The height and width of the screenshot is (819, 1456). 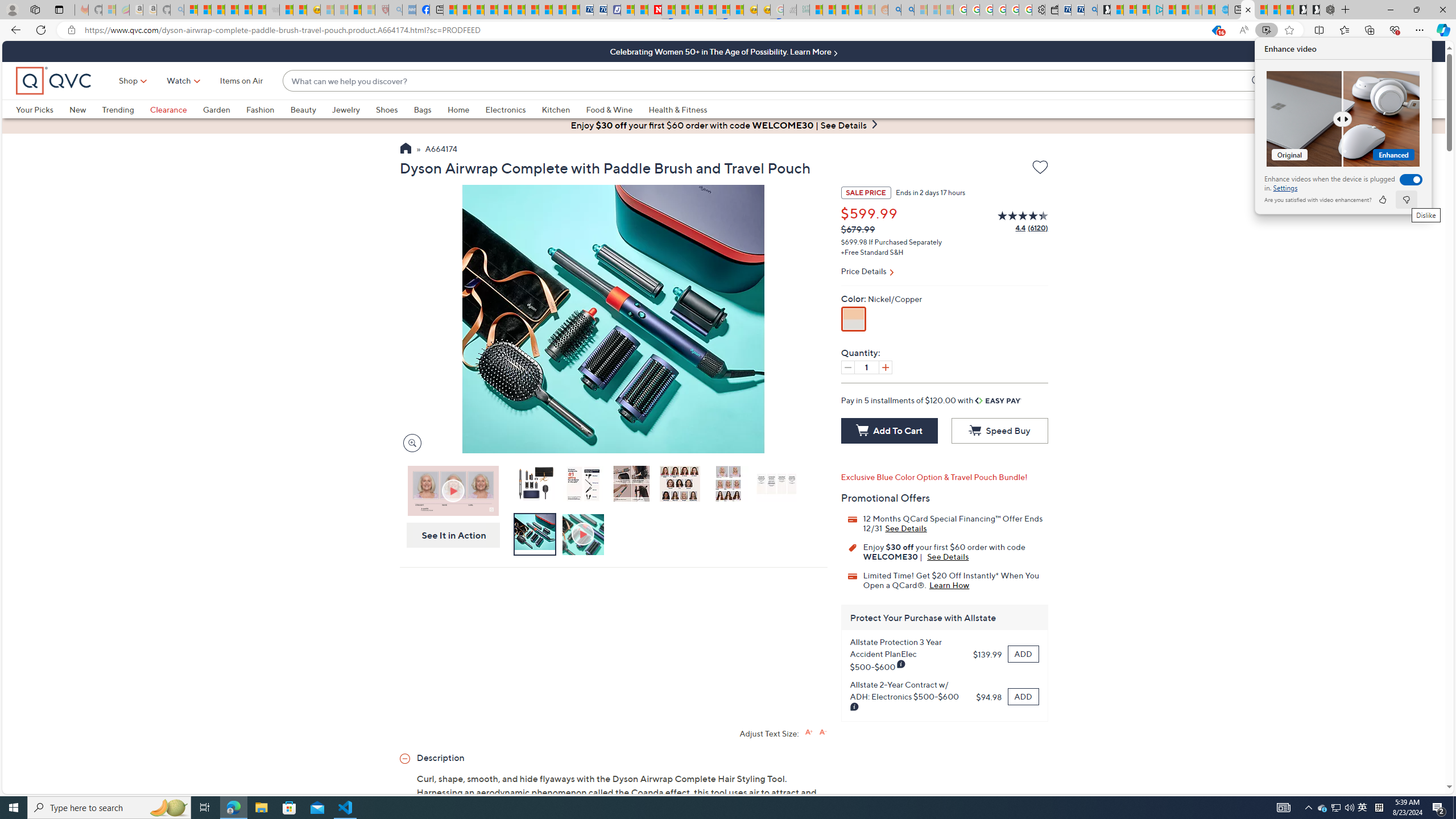 I want to click on 'Health & Fitness', so click(x=680, y=109).